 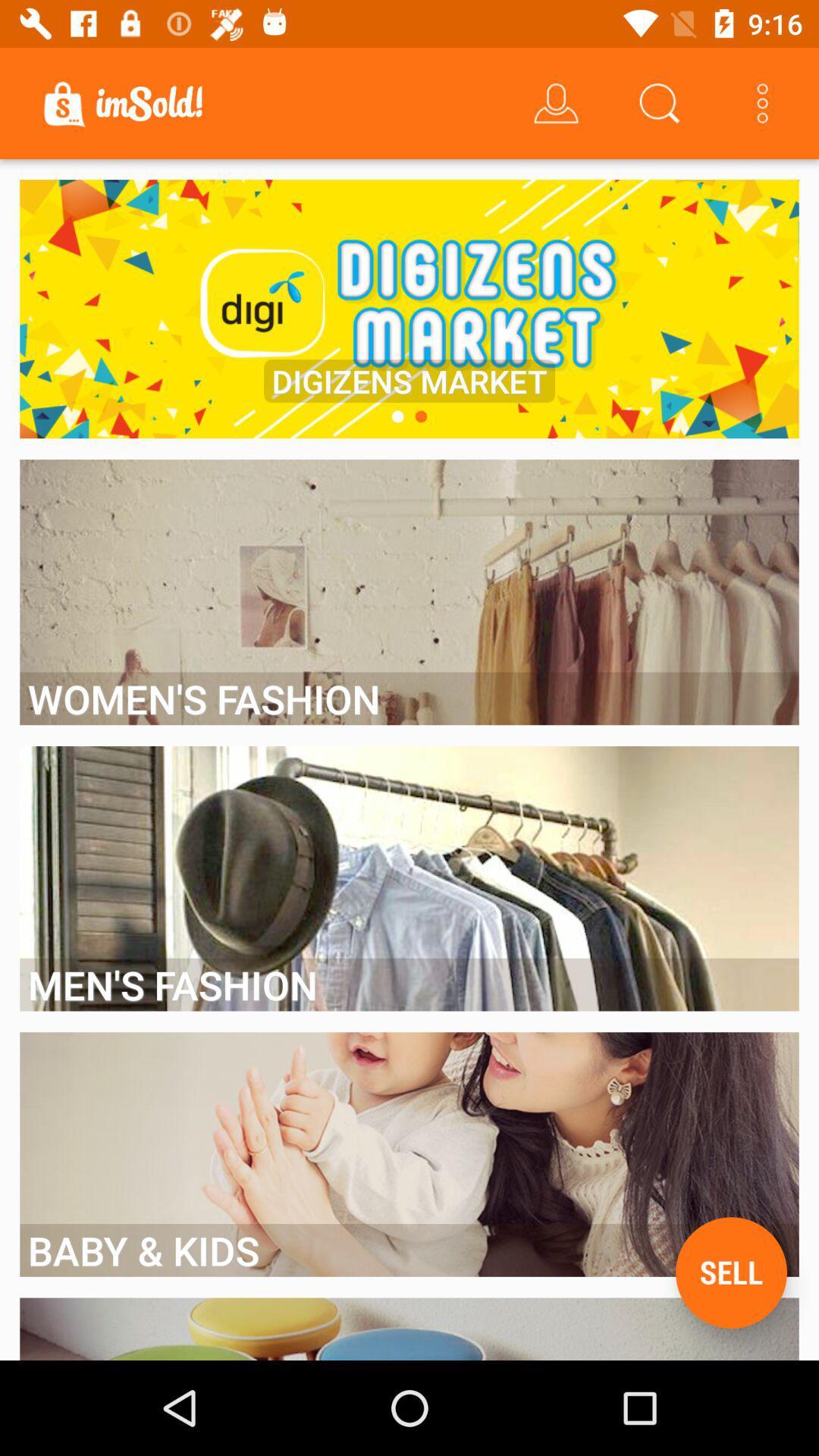 I want to click on the item at the bottom right corner, so click(x=730, y=1272).